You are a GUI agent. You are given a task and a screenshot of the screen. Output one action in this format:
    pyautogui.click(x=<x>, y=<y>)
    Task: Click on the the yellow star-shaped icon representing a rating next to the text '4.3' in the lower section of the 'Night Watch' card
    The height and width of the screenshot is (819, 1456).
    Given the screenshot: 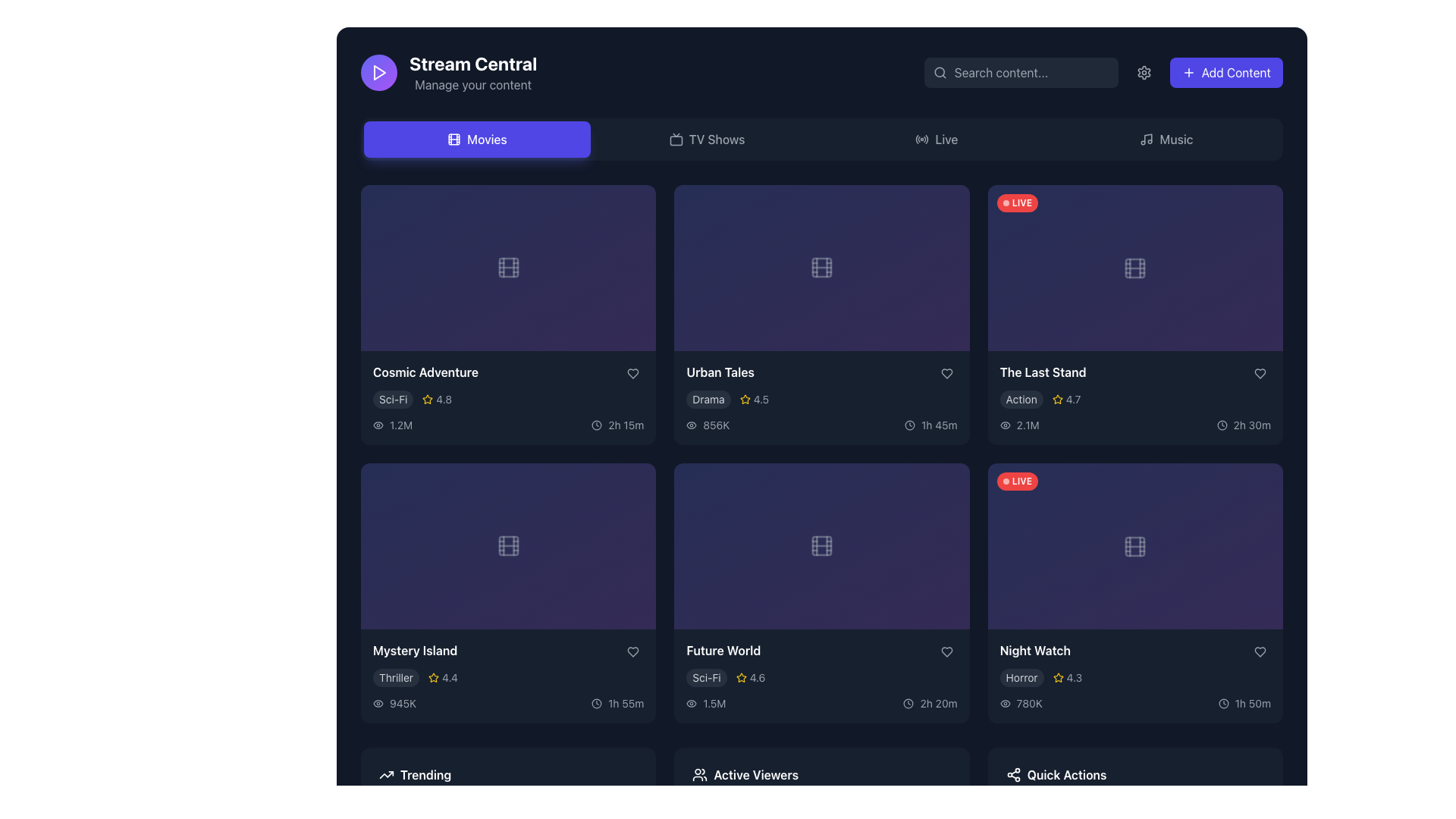 What is the action you would take?
    pyautogui.click(x=1057, y=677)
    